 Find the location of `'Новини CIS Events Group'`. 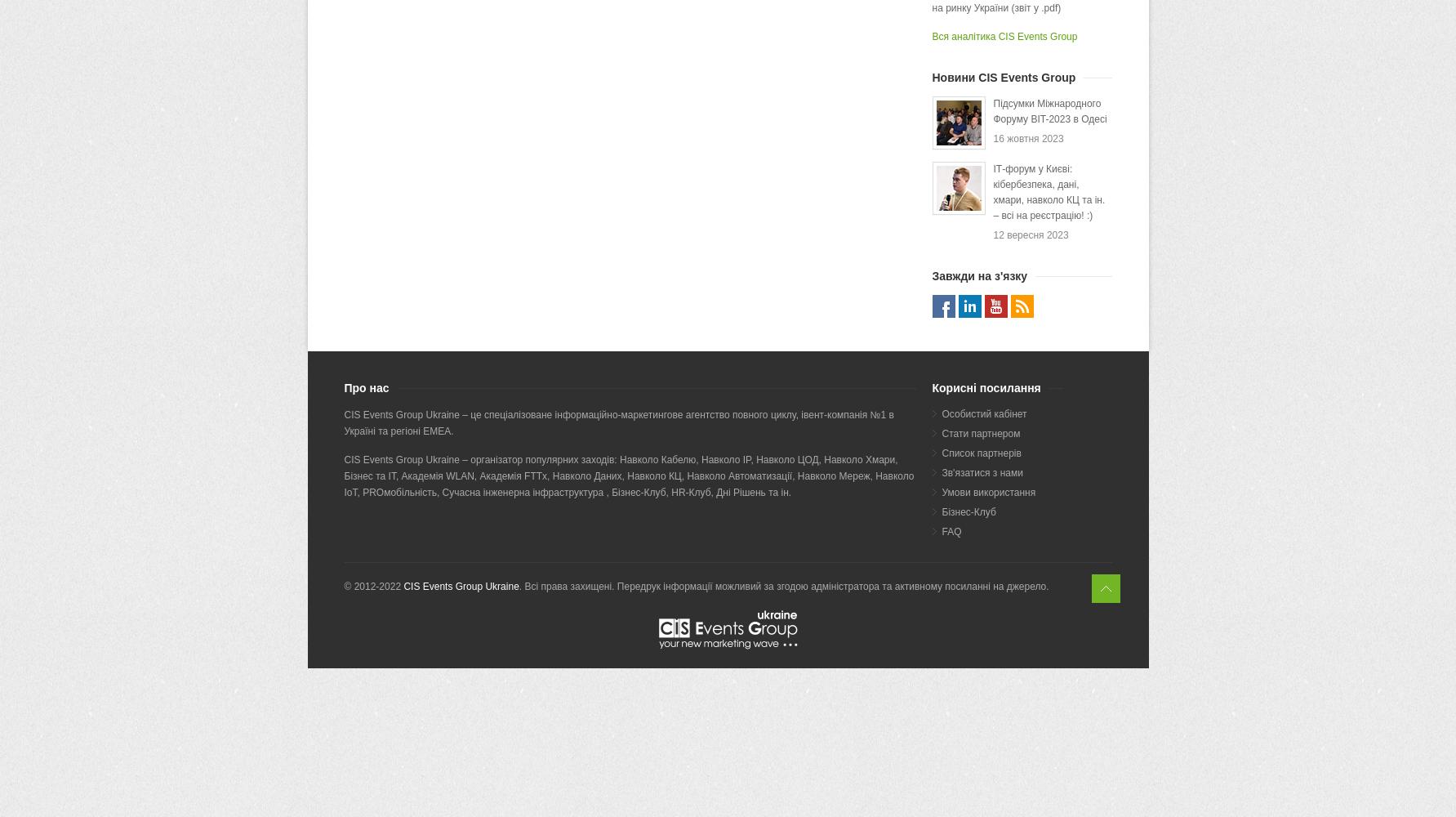

'Новини CIS Events Group' is located at coordinates (930, 77).